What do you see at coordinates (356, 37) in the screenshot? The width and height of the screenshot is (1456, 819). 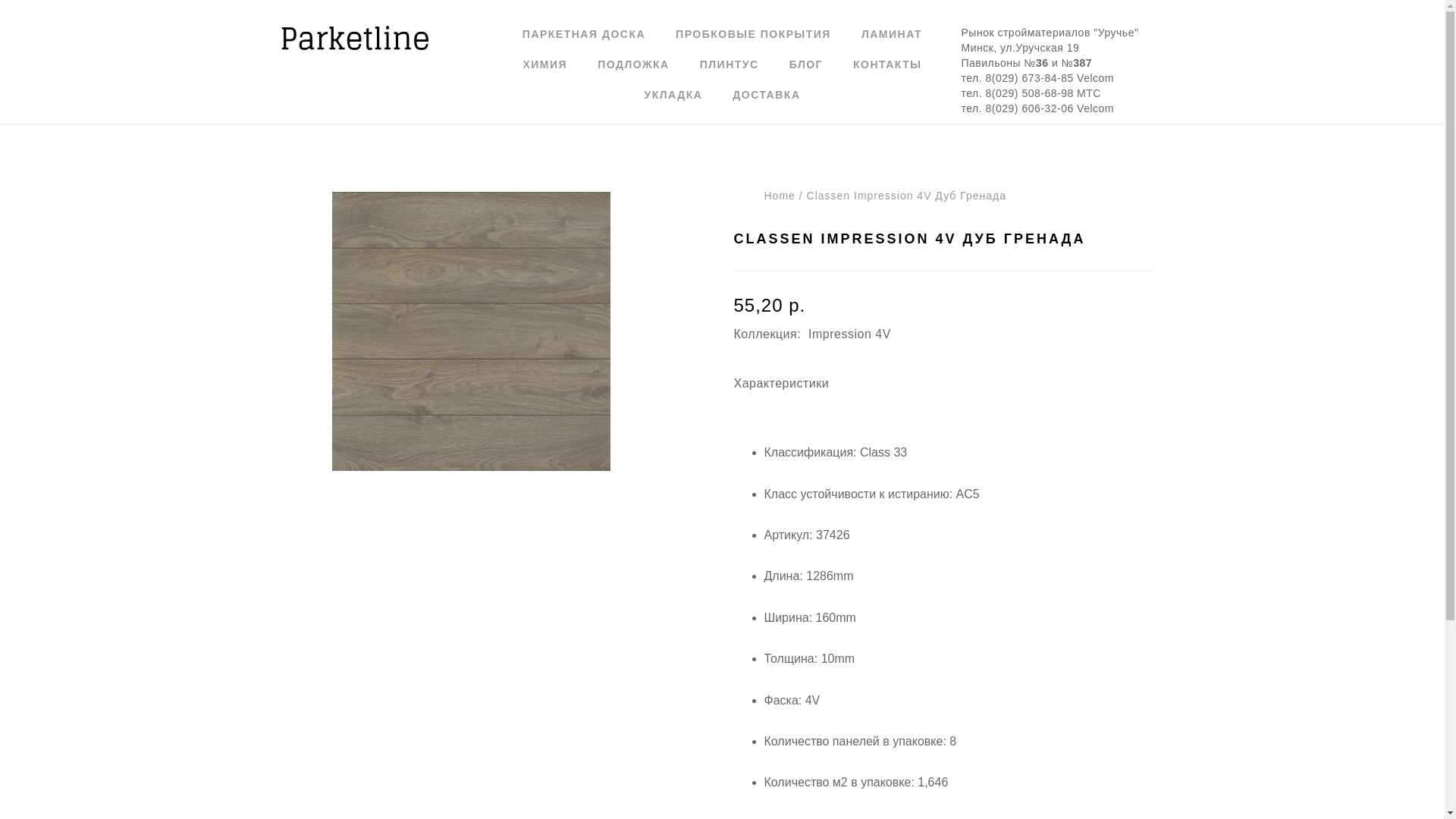 I see `'parketline.by'` at bounding box center [356, 37].